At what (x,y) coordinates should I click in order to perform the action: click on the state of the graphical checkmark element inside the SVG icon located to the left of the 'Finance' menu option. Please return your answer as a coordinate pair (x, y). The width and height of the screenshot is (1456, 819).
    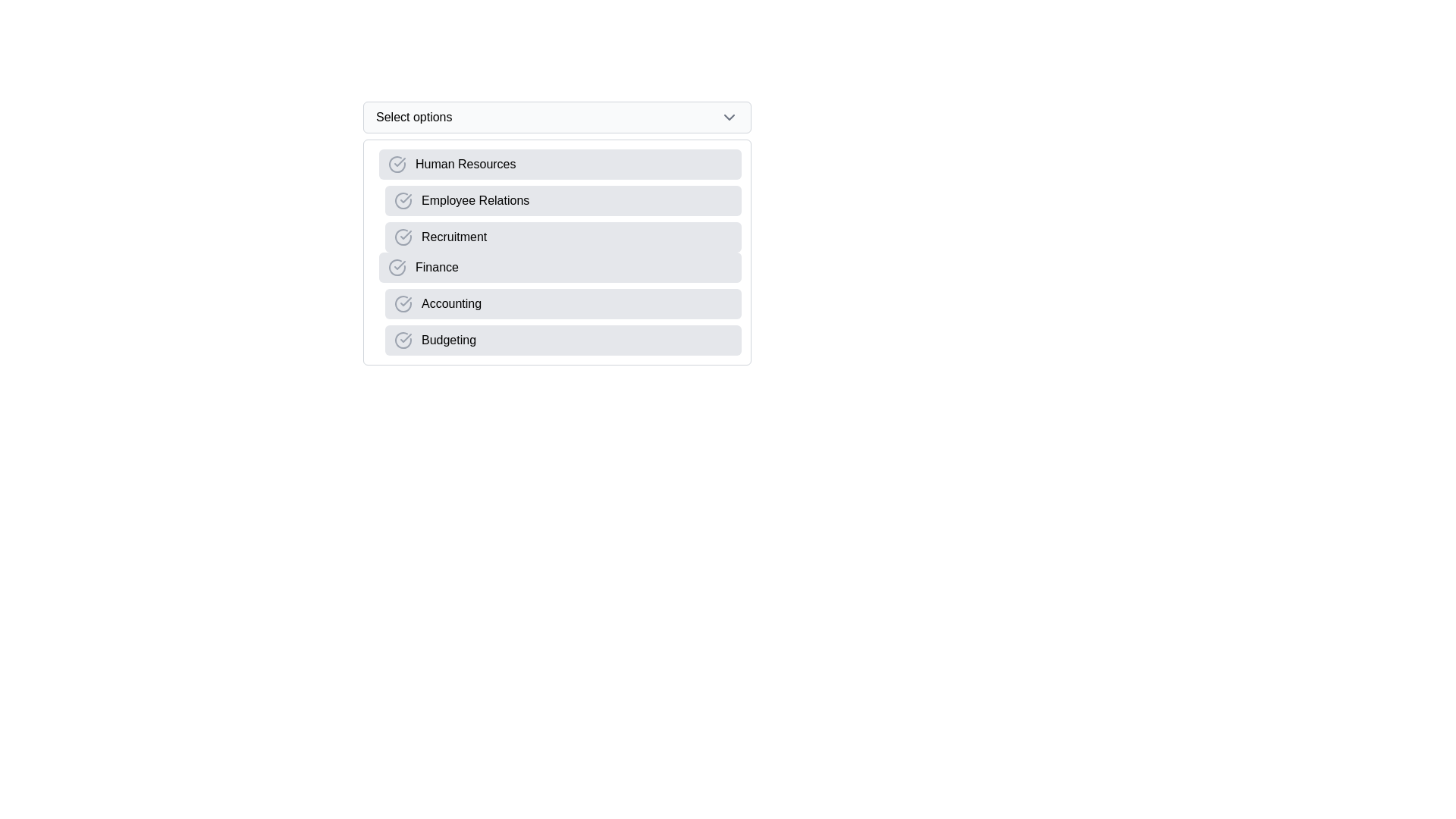
    Looking at the image, I should click on (400, 265).